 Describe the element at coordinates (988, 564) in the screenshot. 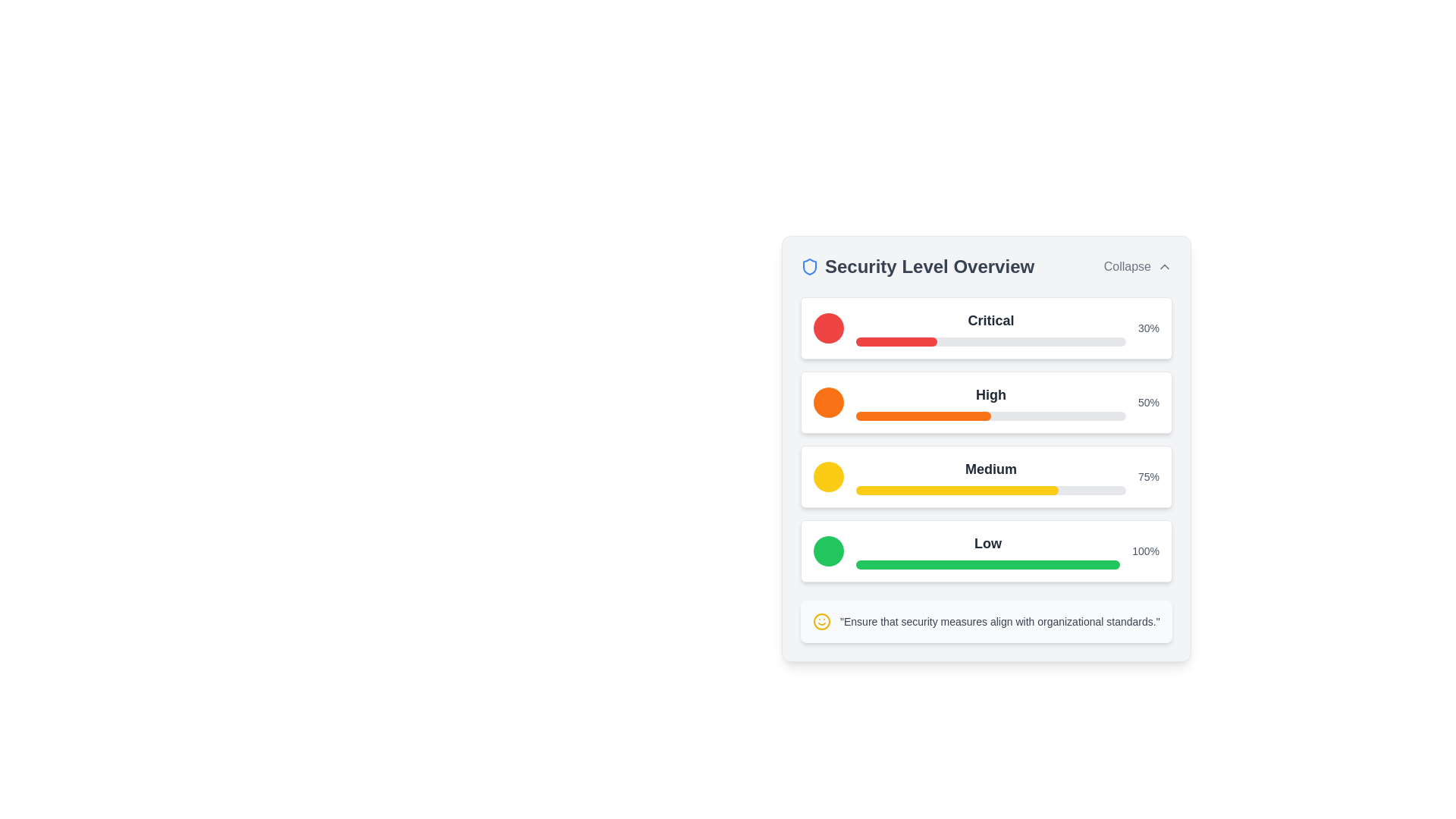

I see `the fully filled green progress bar located in the bottommost row of the four progress indicators under the heading 'Security Level Overview', directly beneath the 'Low' text` at that location.